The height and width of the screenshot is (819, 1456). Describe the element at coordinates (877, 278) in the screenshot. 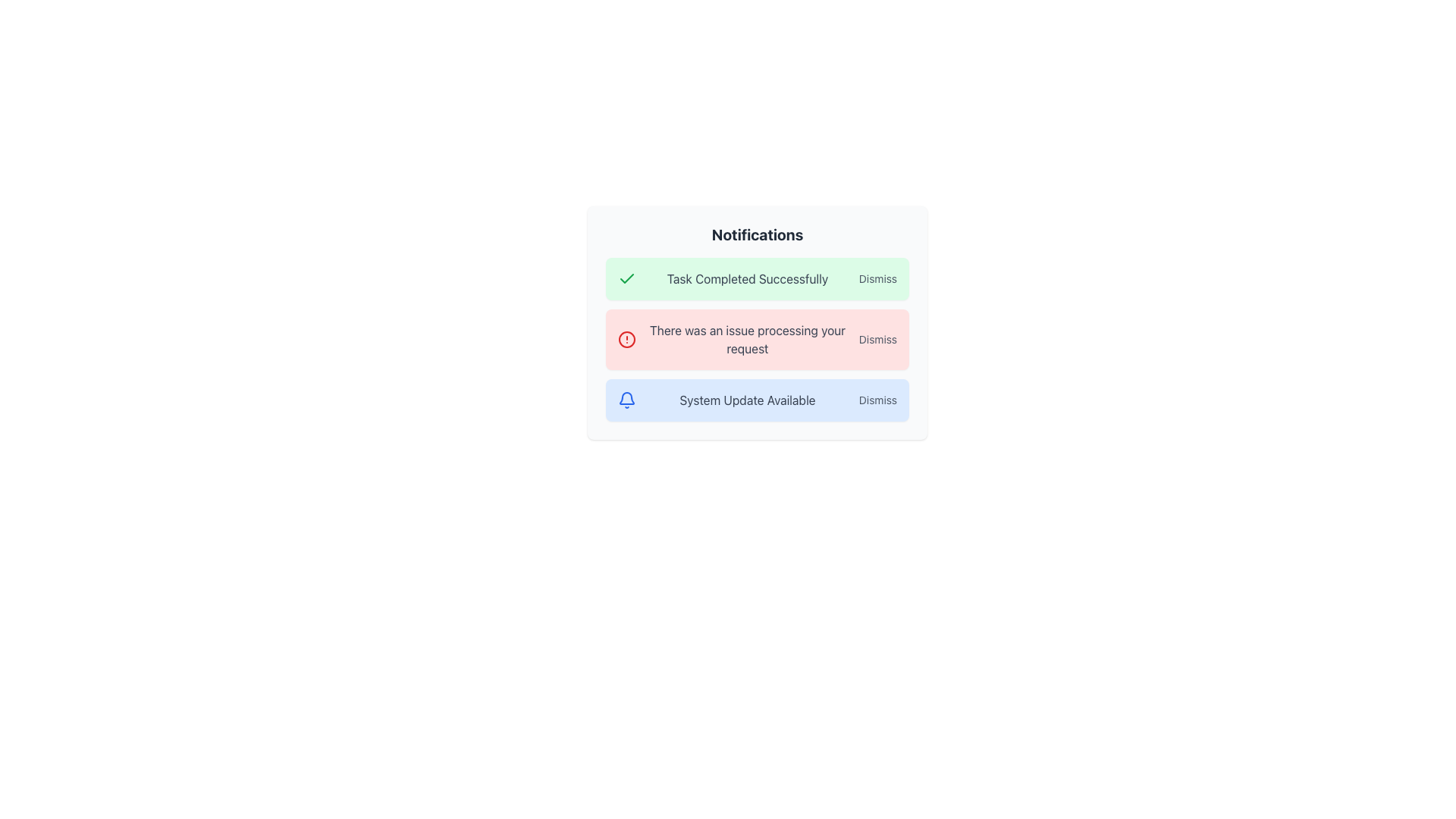

I see `the 'Dismiss' button at the end of the first notification card` at that location.